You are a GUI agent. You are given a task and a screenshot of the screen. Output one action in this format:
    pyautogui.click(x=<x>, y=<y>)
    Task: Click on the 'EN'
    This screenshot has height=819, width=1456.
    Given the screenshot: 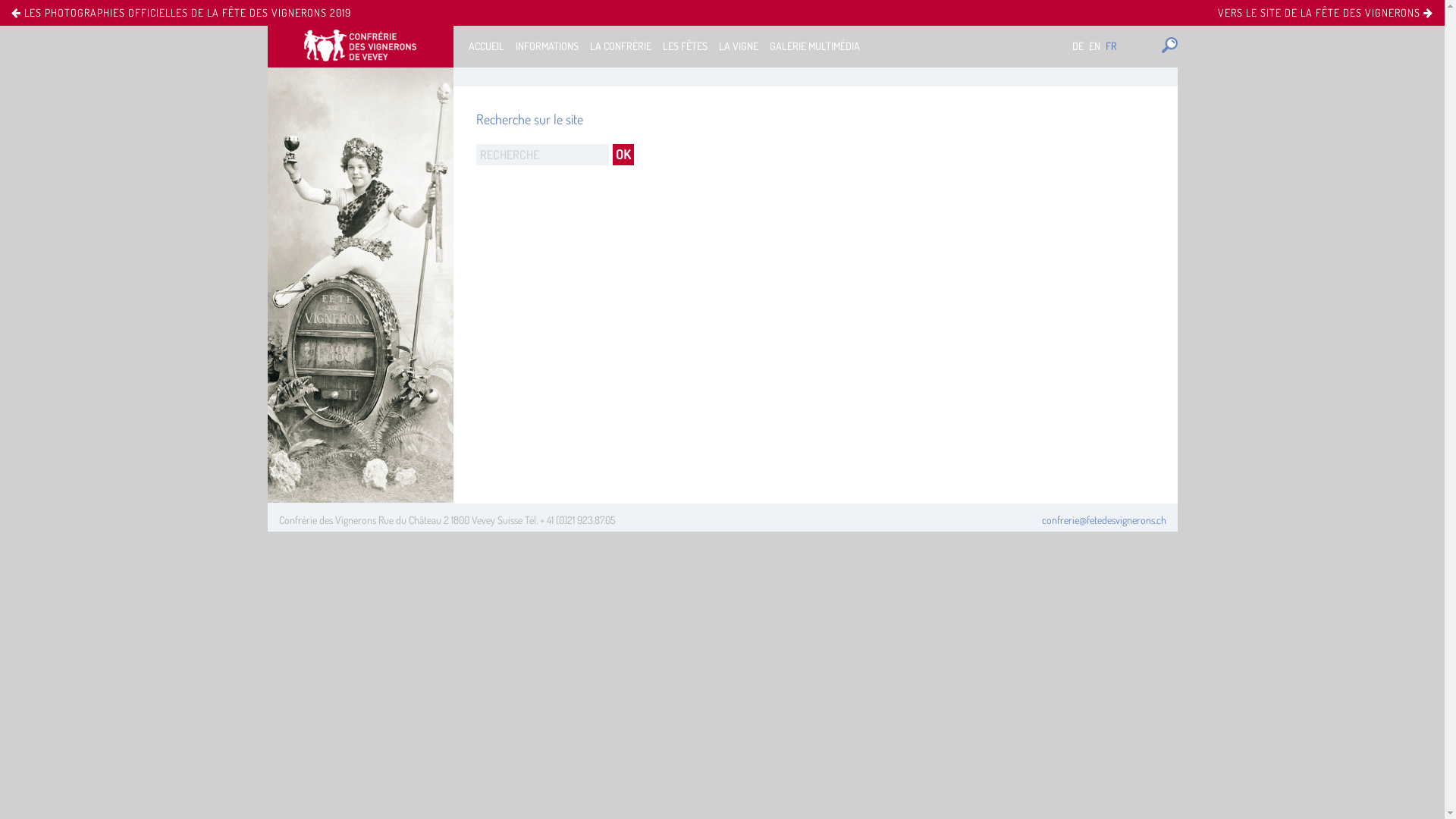 What is the action you would take?
    pyautogui.click(x=1094, y=45)
    